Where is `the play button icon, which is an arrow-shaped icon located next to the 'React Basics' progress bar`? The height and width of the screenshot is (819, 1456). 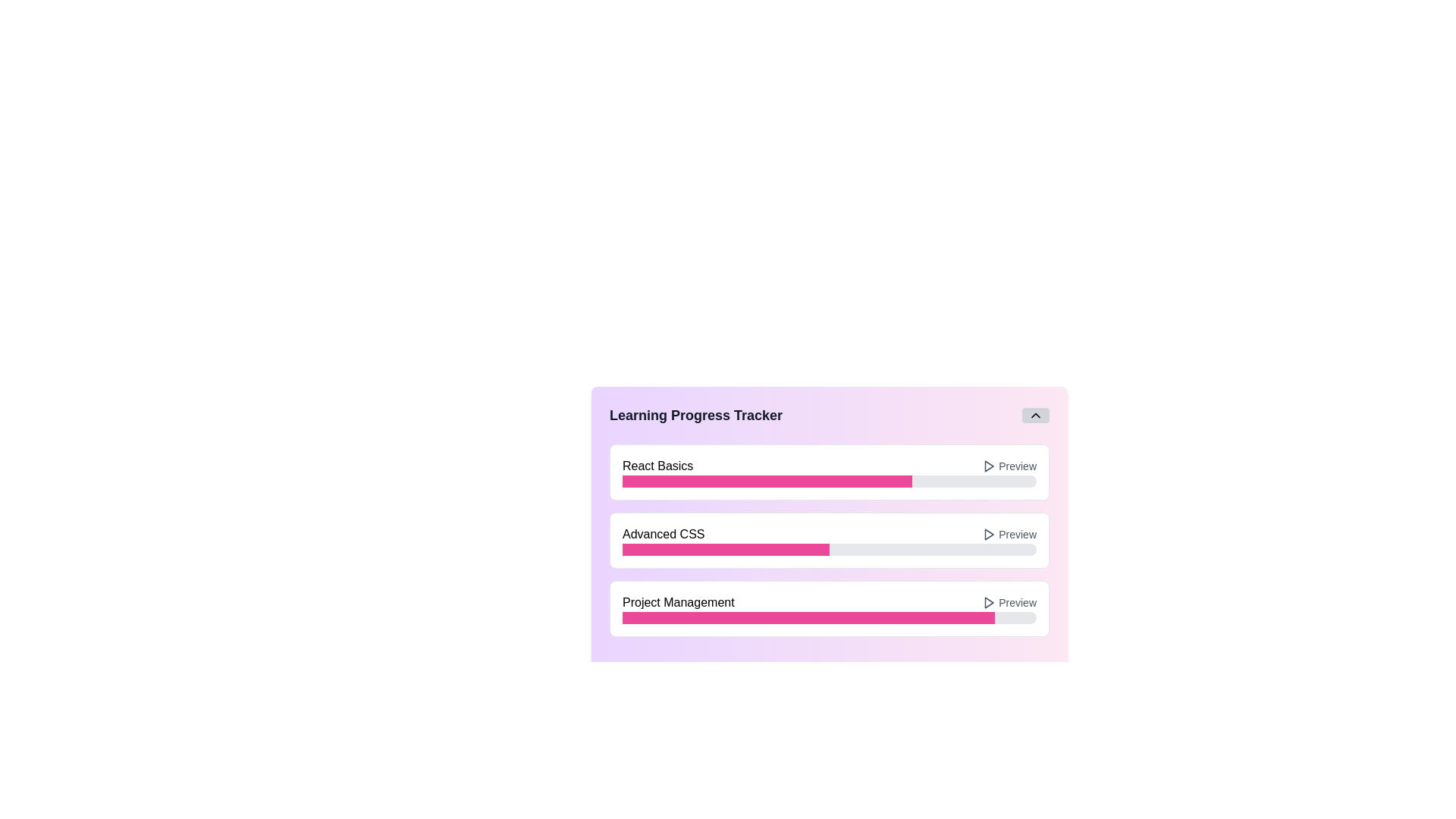 the play button icon, which is an arrow-shaped icon located next to the 'React Basics' progress bar is located at coordinates (990, 465).